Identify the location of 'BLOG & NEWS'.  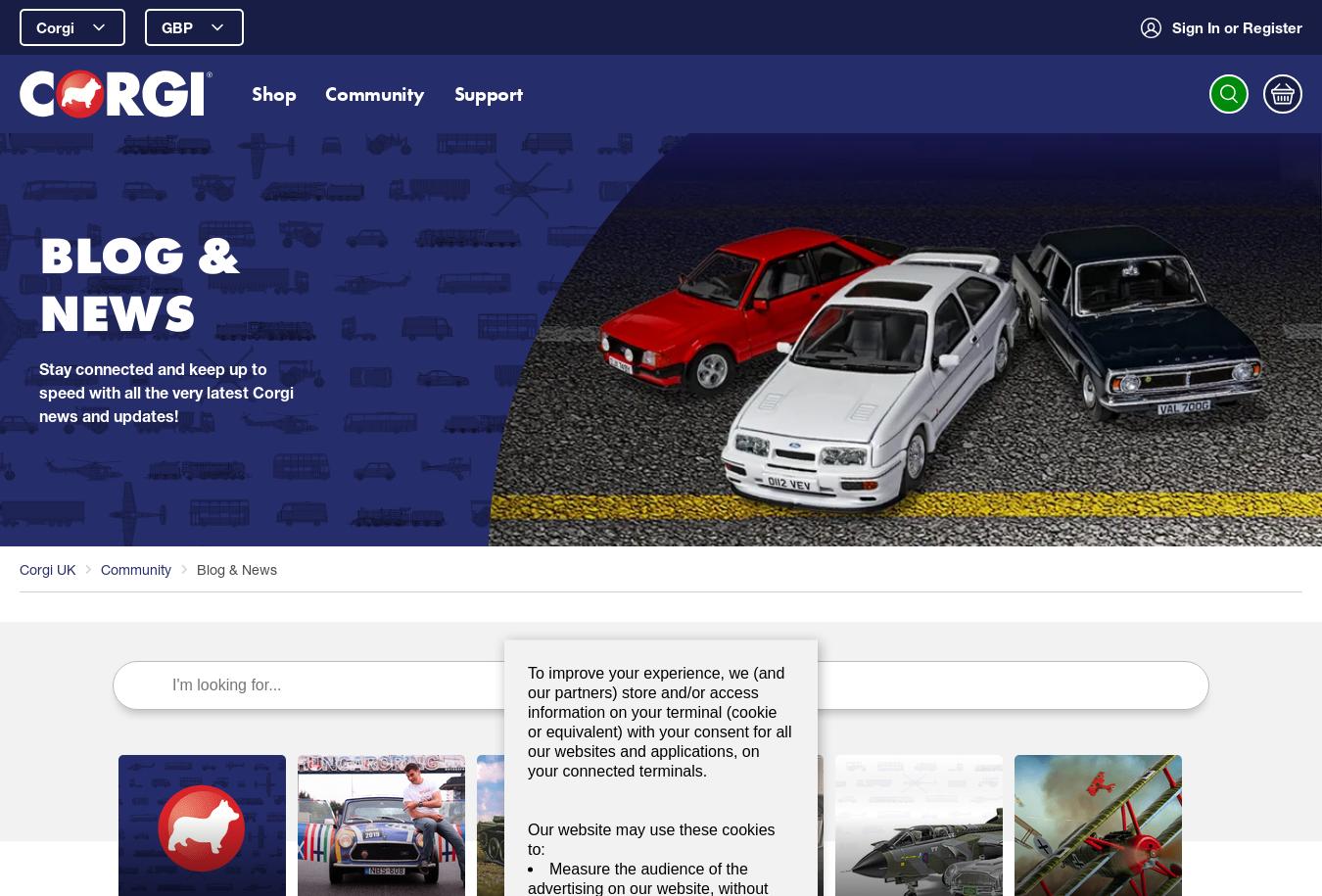
(37, 283).